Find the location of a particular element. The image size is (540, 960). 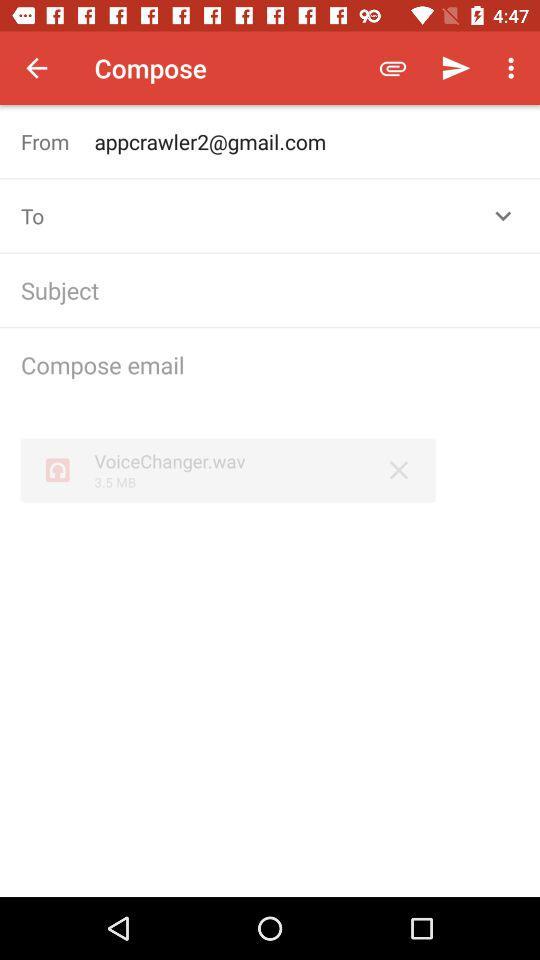

the send icon is located at coordinates (456, 68).